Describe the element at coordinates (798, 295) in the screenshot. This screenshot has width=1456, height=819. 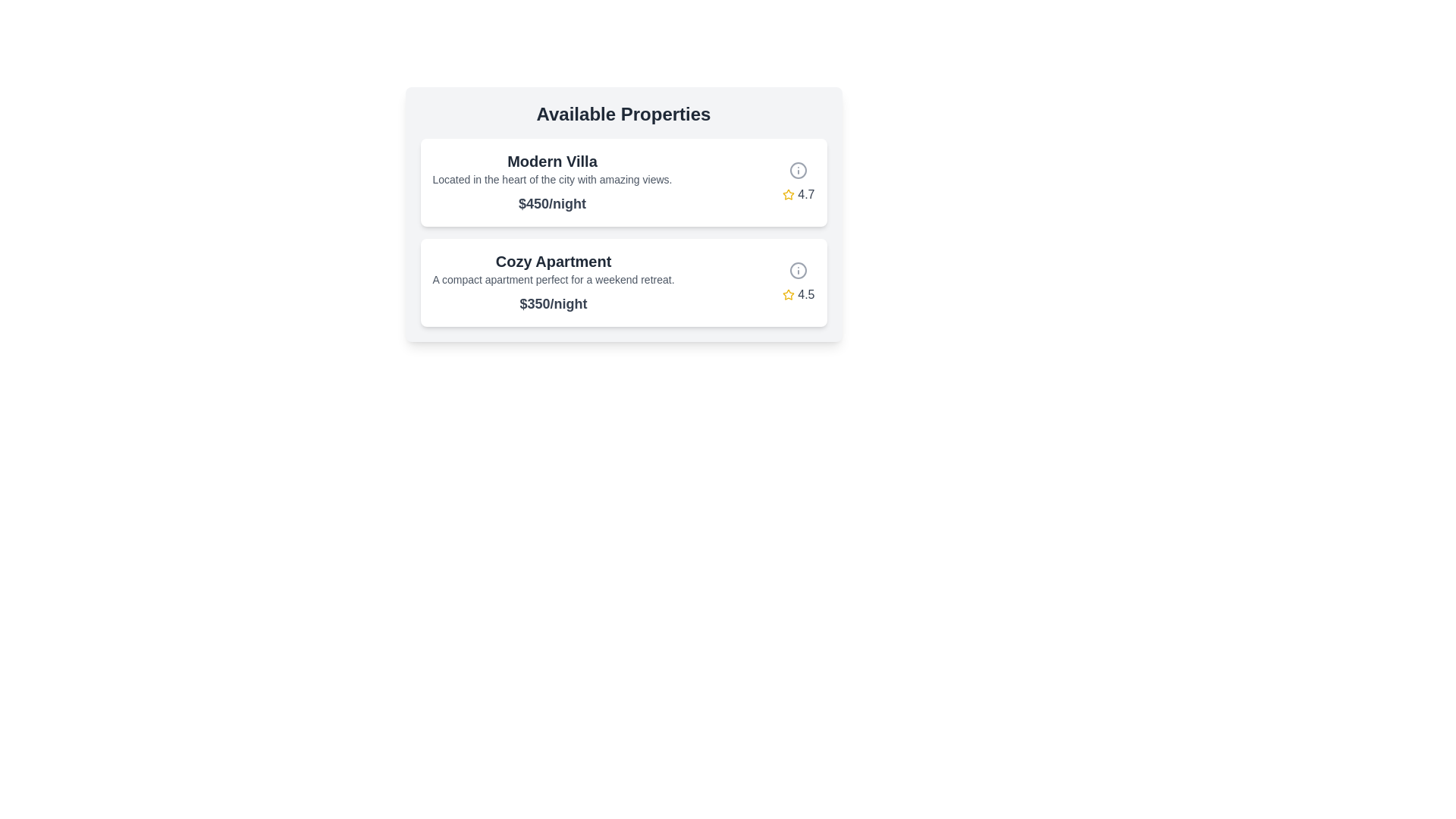
I see `rating value displayed next to the yellow star icon in the rating display for the 'Cozy Apartment'` at that location.